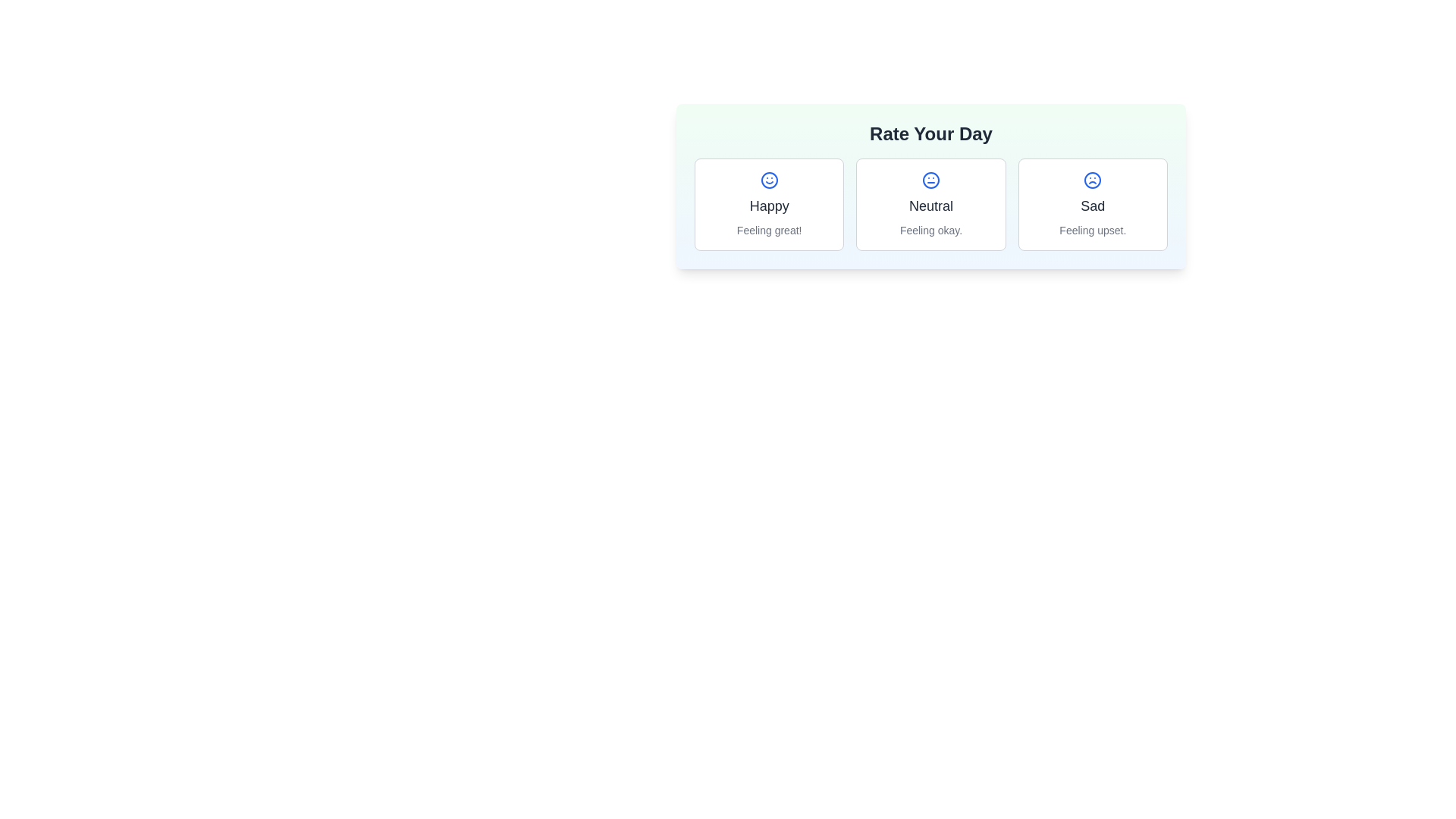 The width and height of the screenshot is (1456, 819). What do you see at coordinates (769, 180) in the screenshot?
I see `the blue smiley face emoji icon located in the leftmost card labeled 'Happy', which is positioned above the text 'Feeling great!' in the rating interface` at bounding box center [769, 180].